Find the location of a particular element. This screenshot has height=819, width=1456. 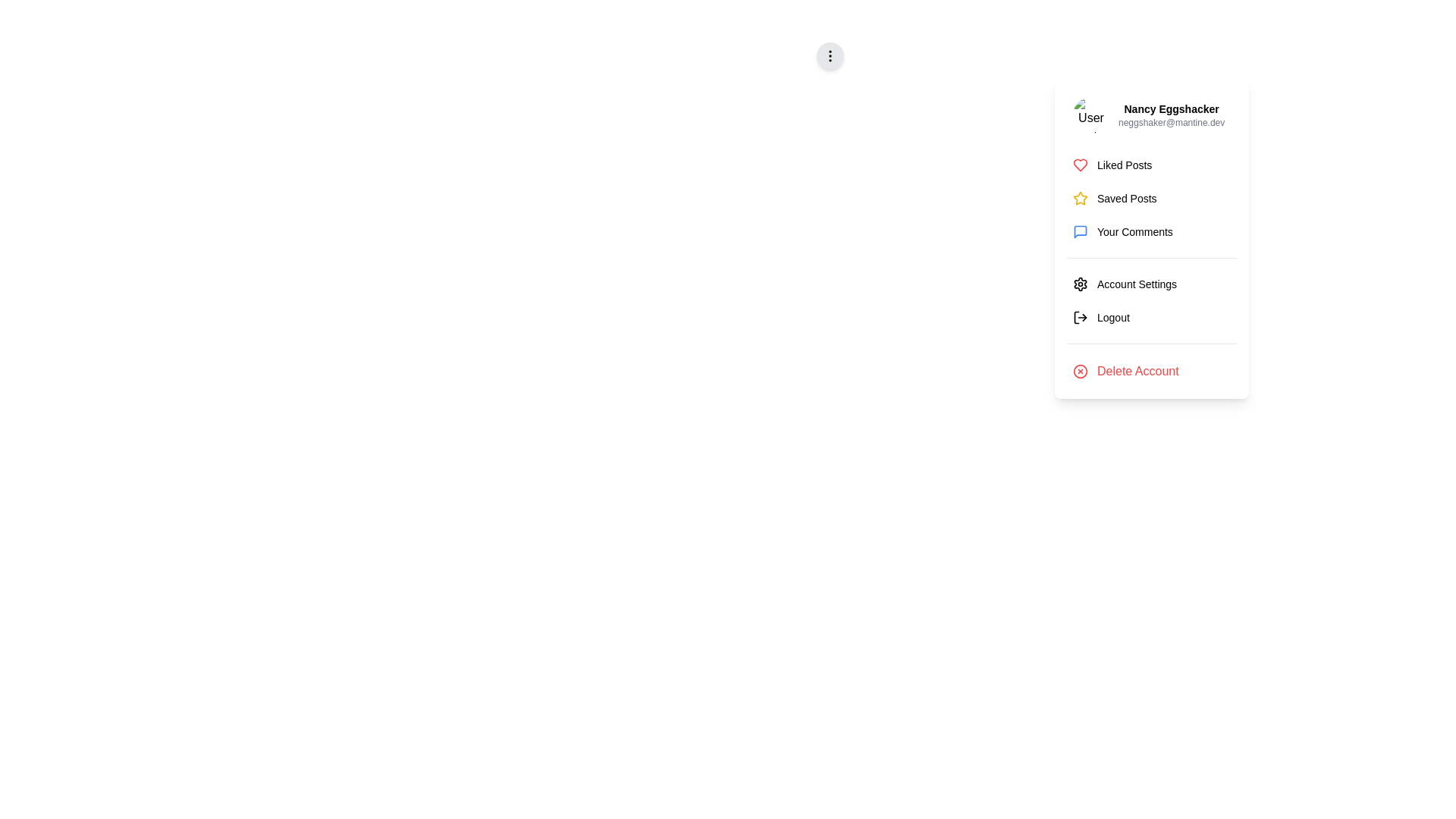

the delete icon located to the left of the 'Delete Account' label at the bottom of the vertical menu is located at coordinates (1080, 371).